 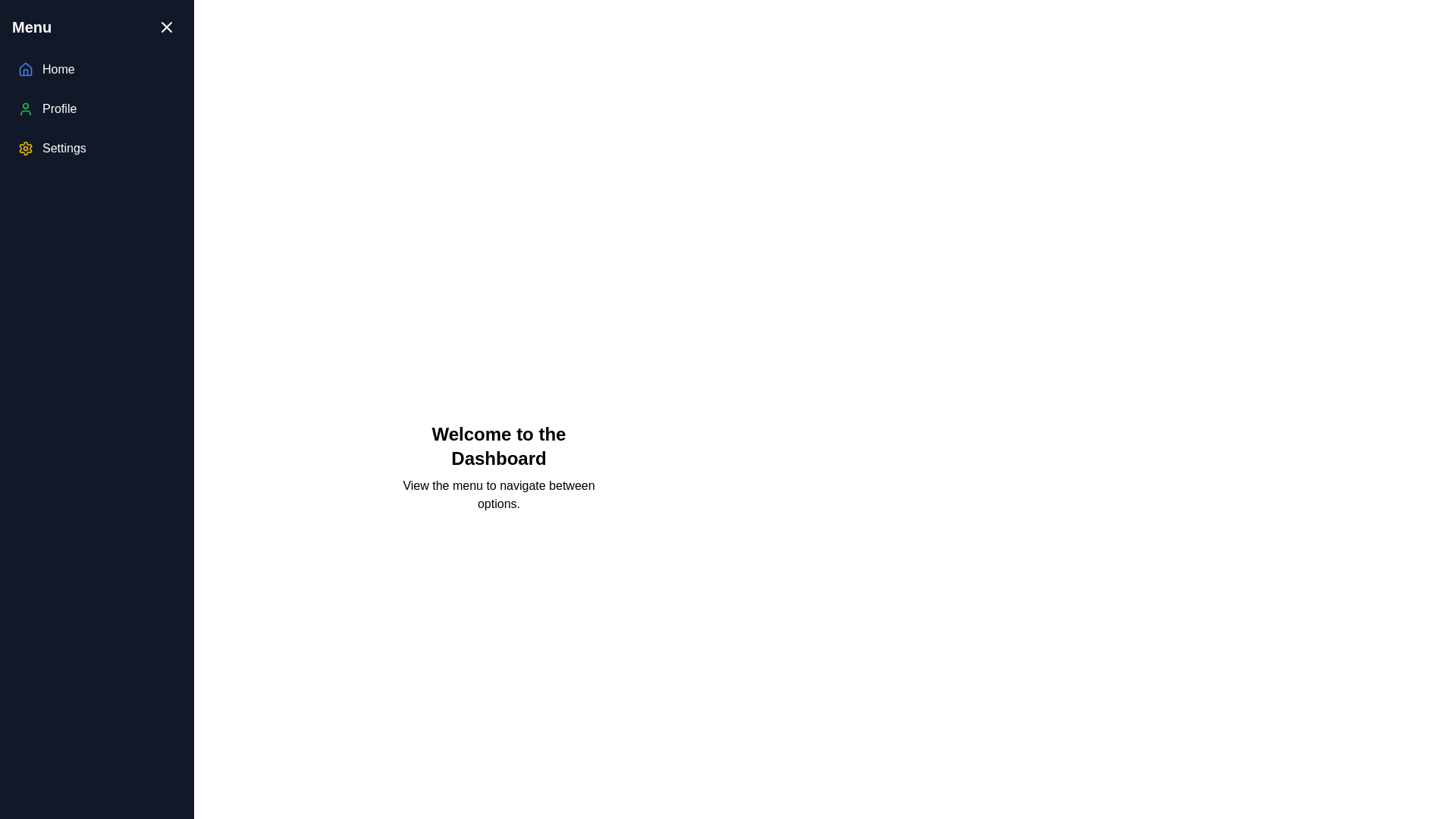 I want to click on the yellow cogwheel icon with a black outline, located next to the 'Settings' text in the vertical navigation menu, so click(x=25, y=149).